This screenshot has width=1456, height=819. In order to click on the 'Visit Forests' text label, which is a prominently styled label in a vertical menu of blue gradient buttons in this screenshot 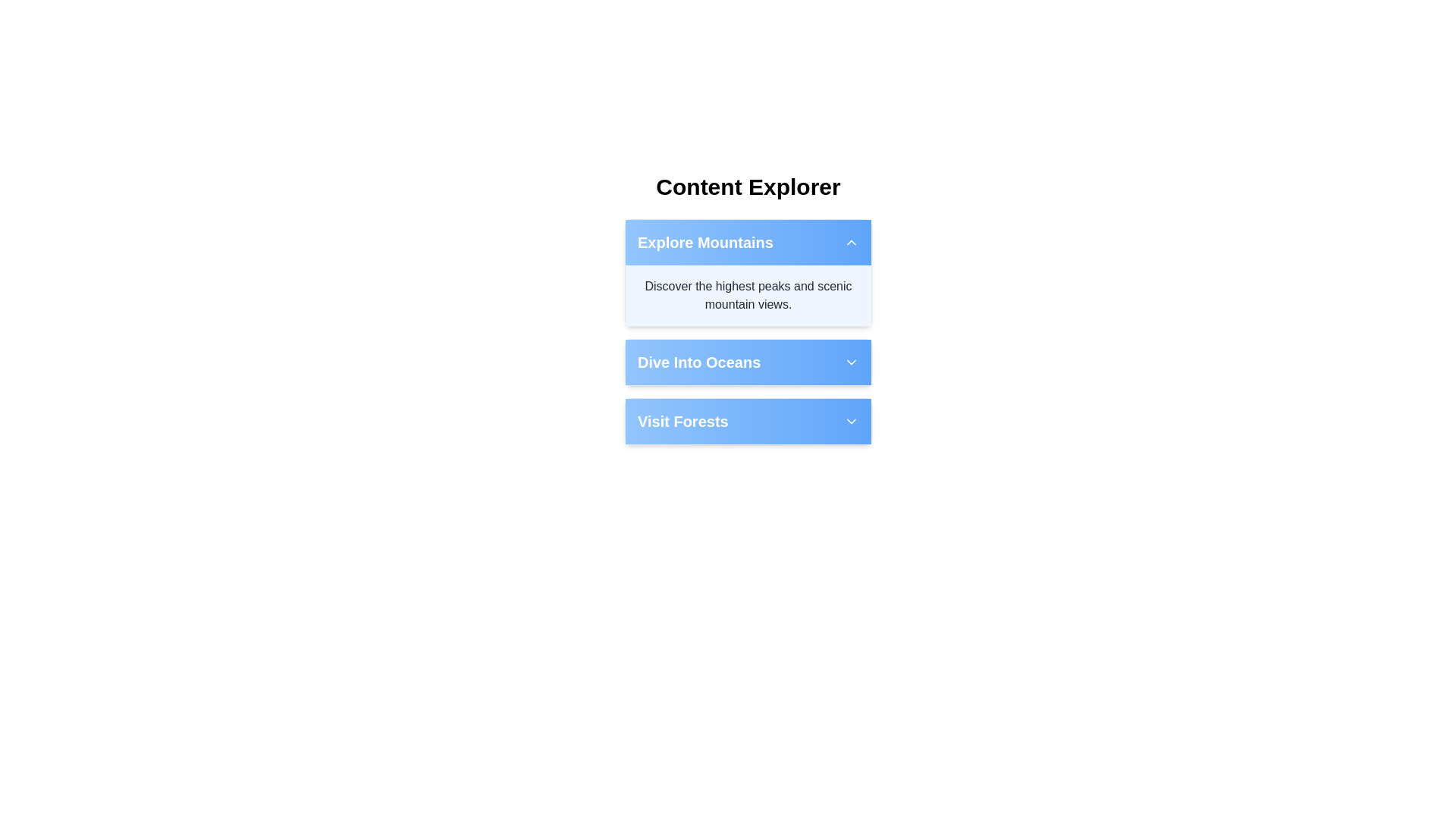, I will do `click(682, 421)`.